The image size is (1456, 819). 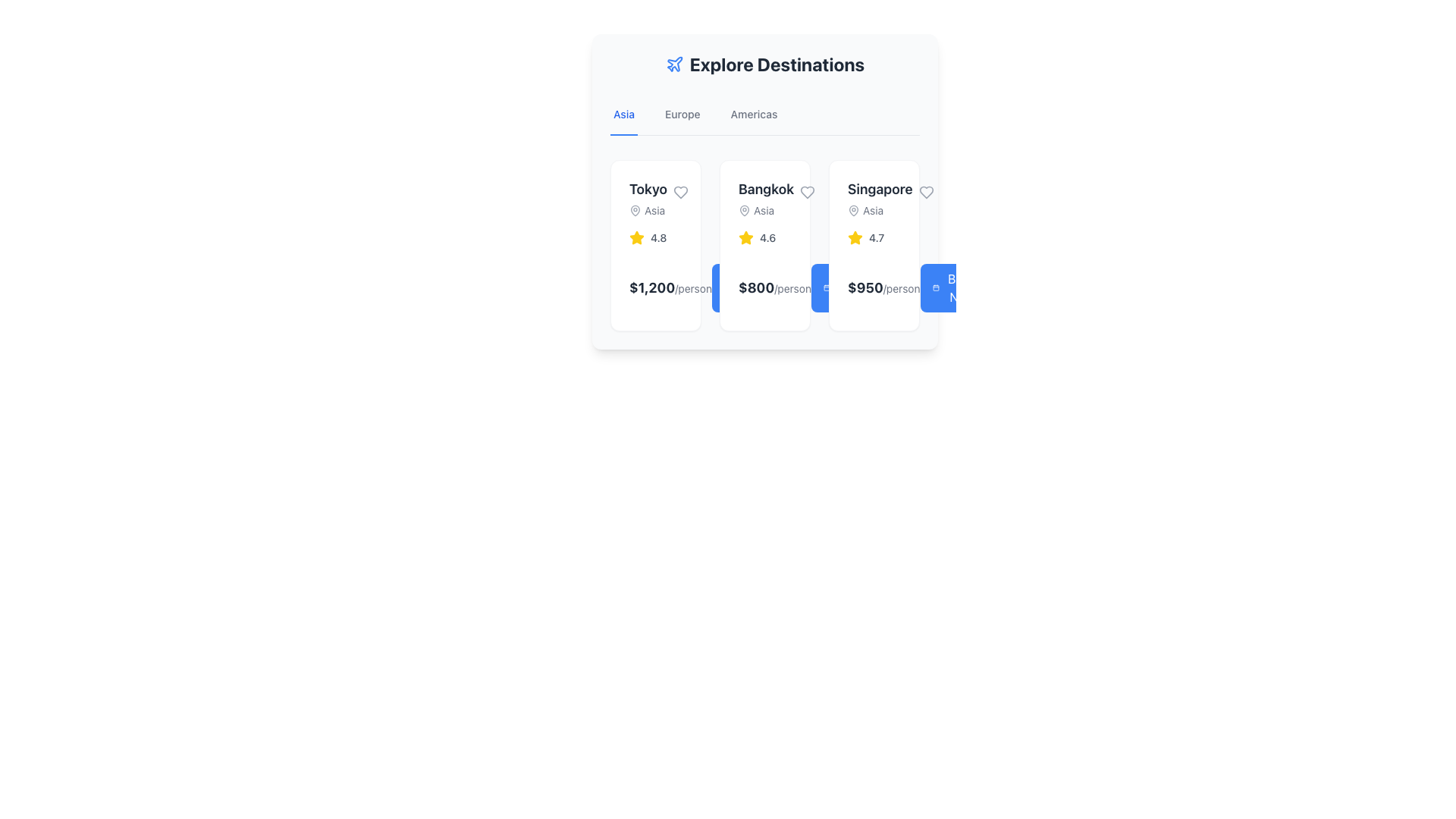 What do you see at coordinates (682, 114) in the screenshot?
I see `the 'Europe' tab in the navigation group to bring it into keyboard navigation focus` at bounding box center [682, 114].